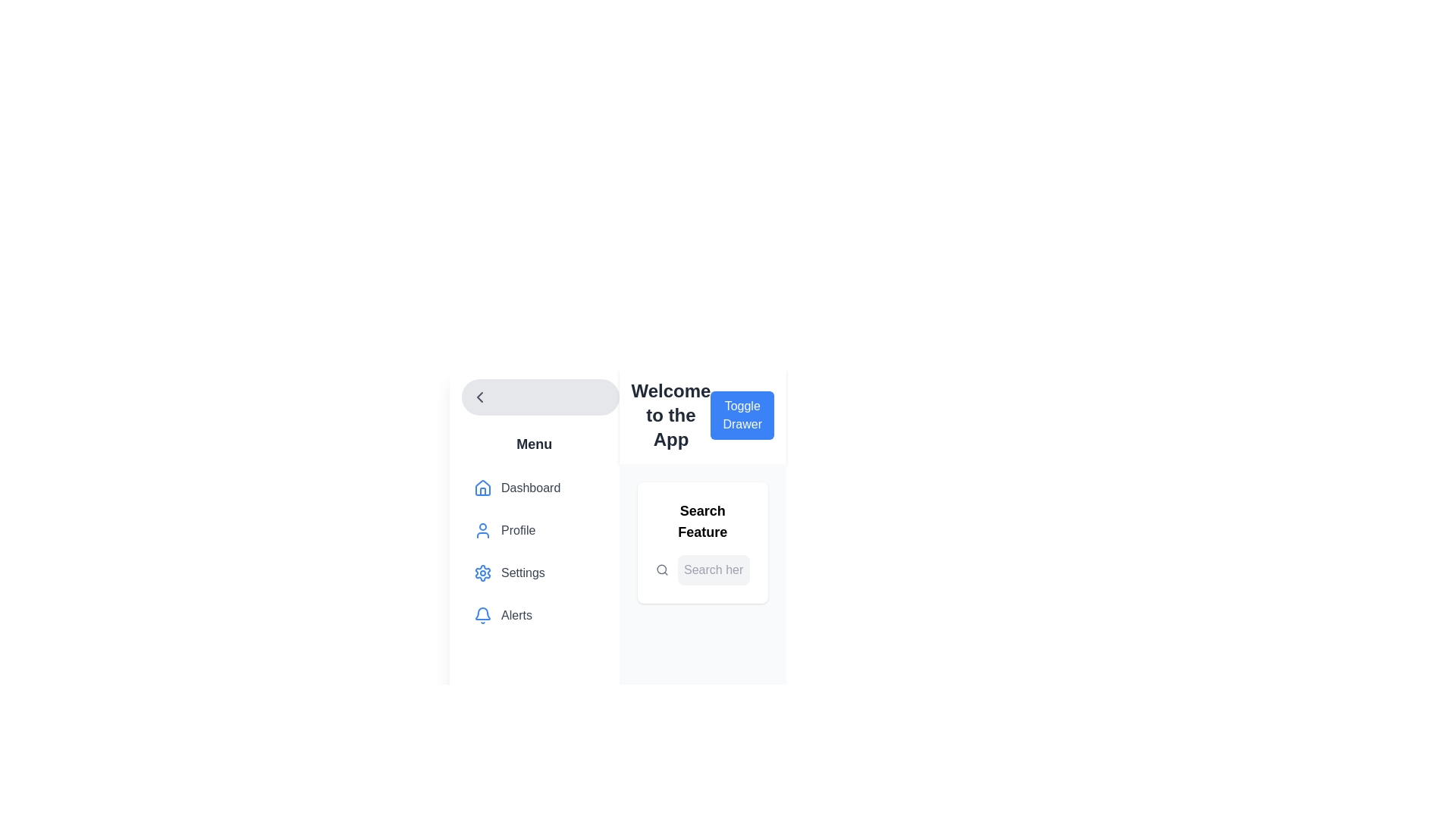 This screenshot has width=1456, height=819. Describe the element at coordinates (701, 415) in the screenshot. I see `the 'Toggle Drawer' button located on the right side of the 'Welcome to the App' composite element` at that location.